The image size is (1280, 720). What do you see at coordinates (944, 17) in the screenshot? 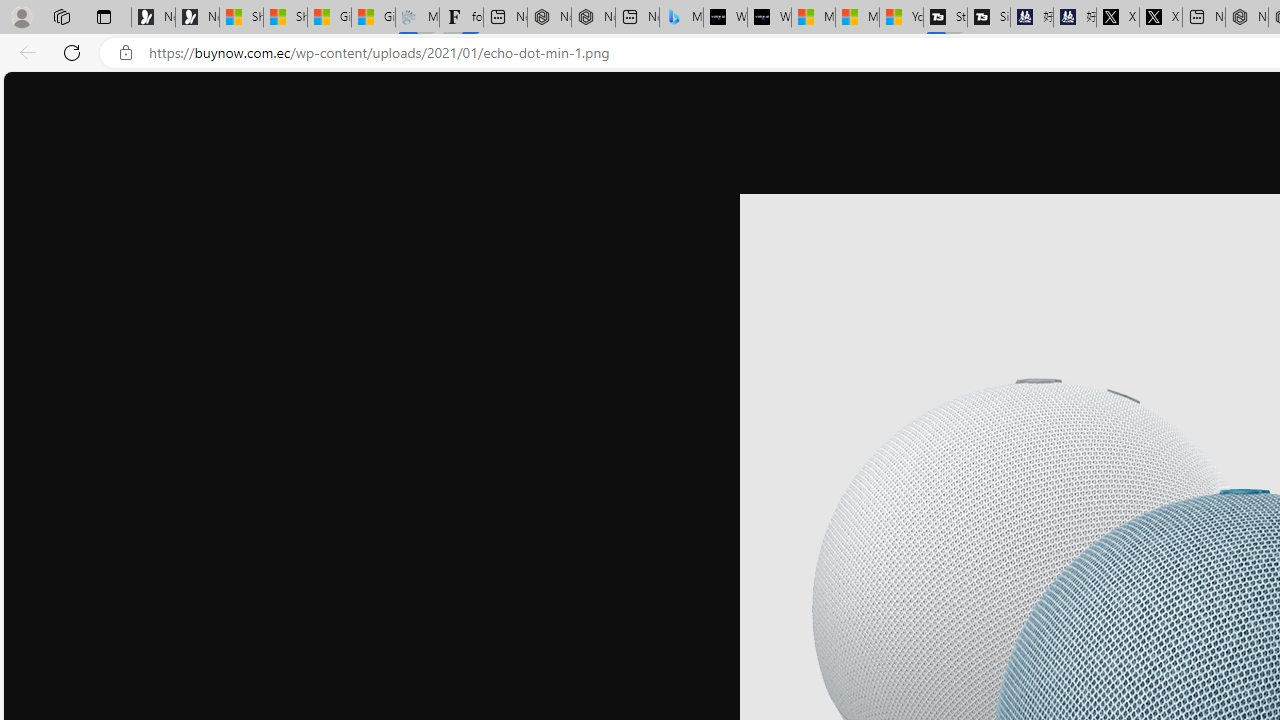
I see `'Streaming Coverage | T3'` at bounding box center [944, 17].